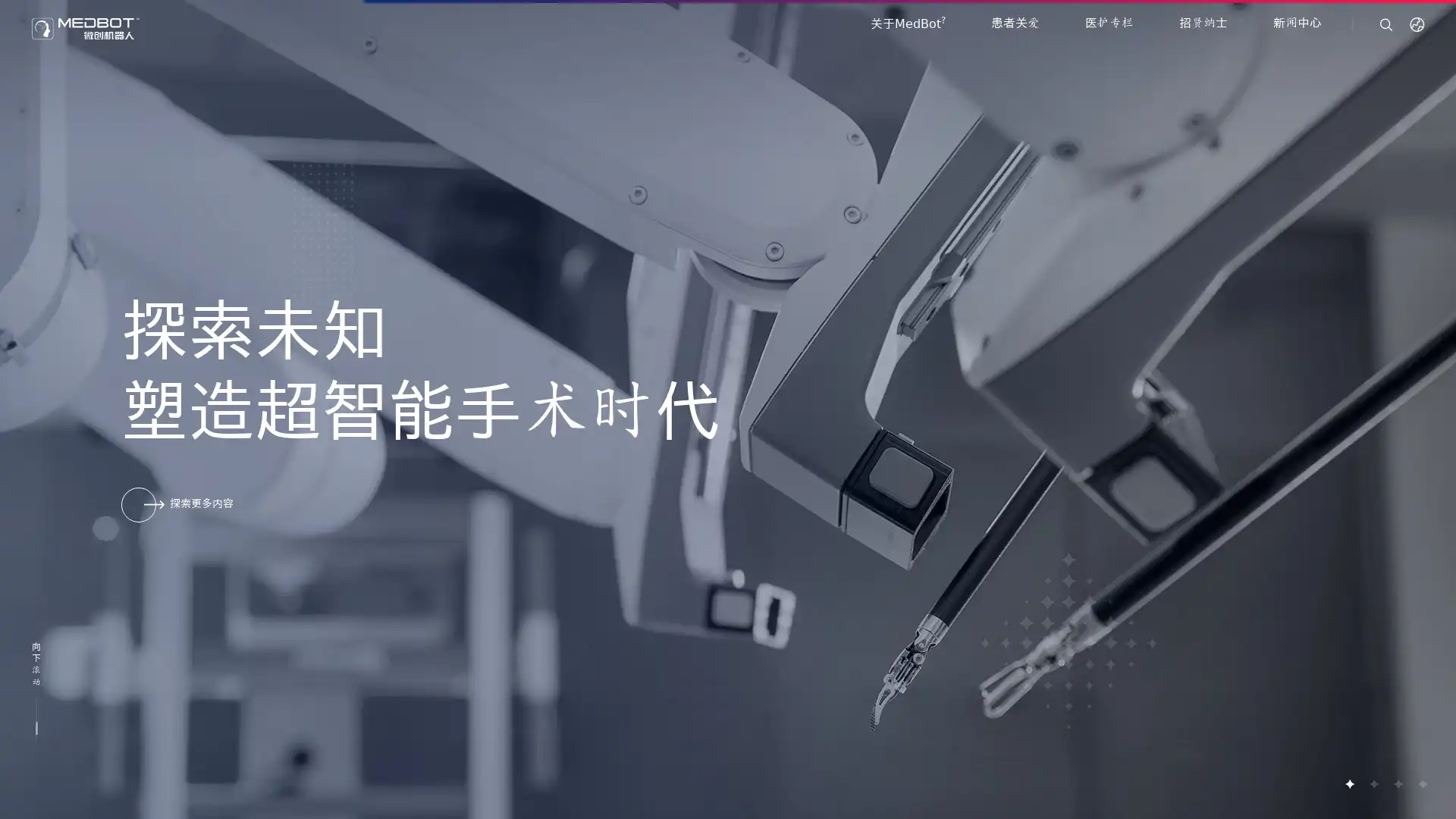  I want to click on Go to slide 2, so click(1373, 783).